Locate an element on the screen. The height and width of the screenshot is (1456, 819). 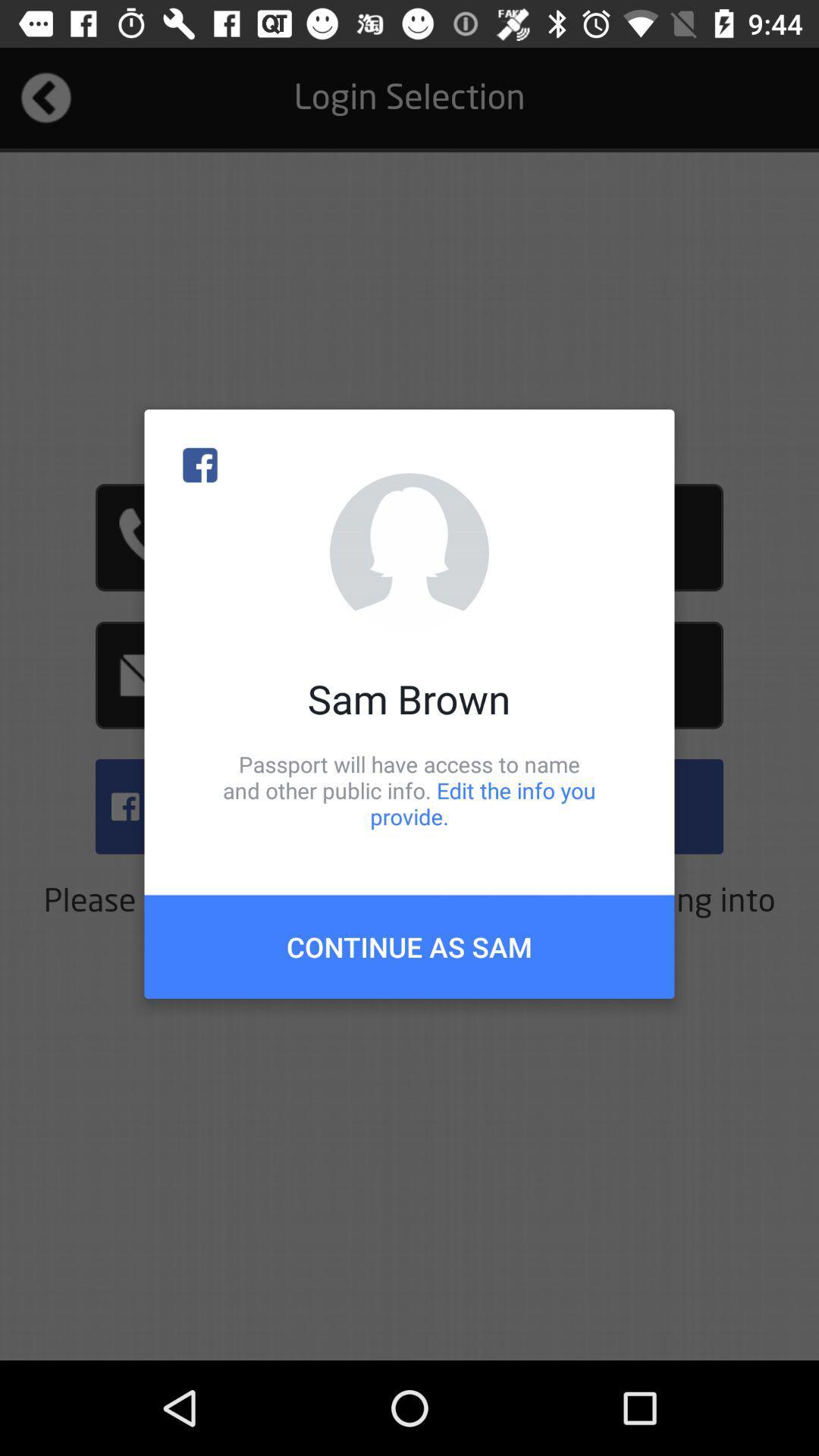
item above the continue as sam icon is located at coordinates (409, 789).